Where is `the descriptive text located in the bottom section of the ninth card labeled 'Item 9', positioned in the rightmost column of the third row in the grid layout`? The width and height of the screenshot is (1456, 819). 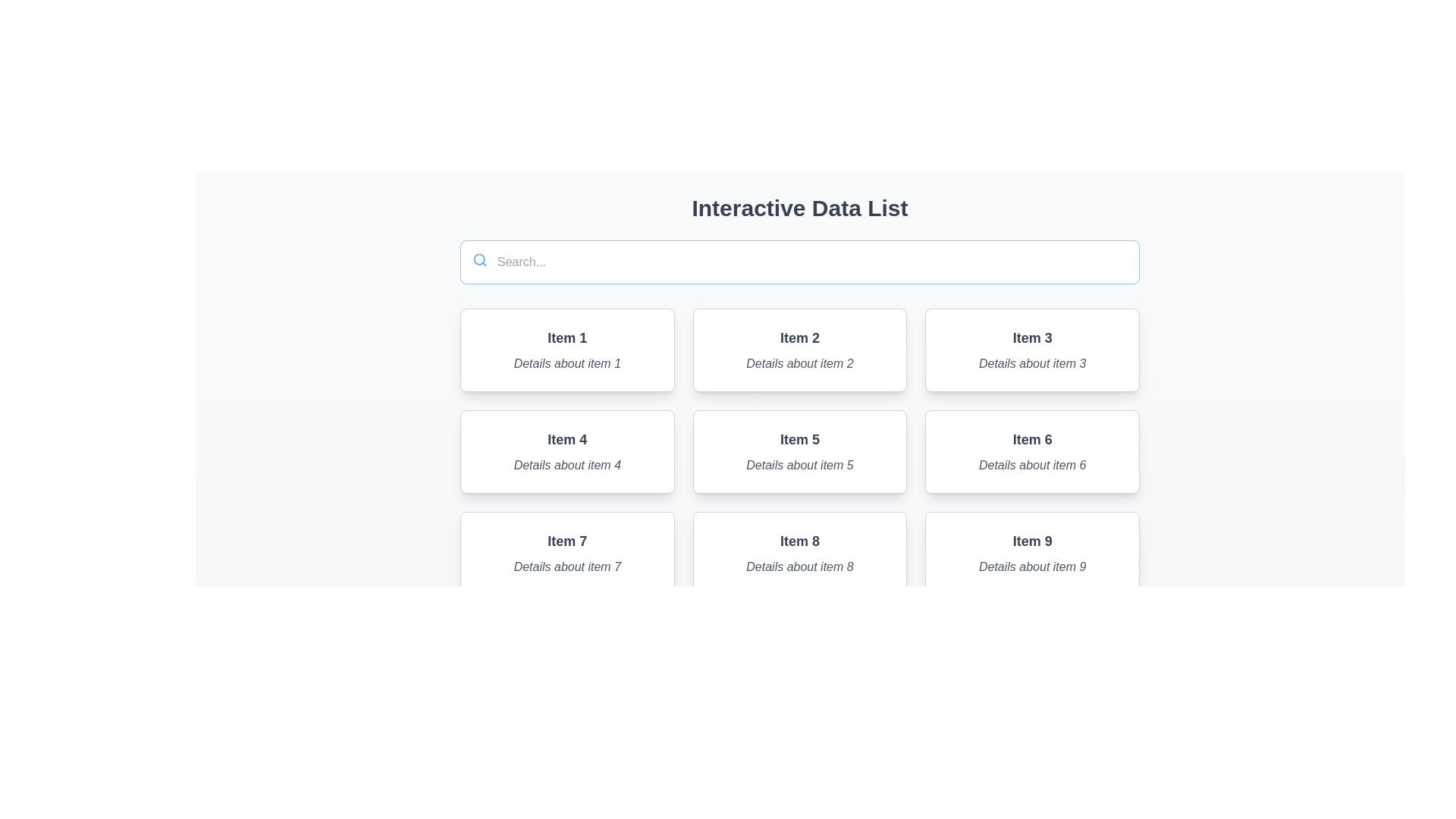 the descriptive text located in the bottom section of the ninth card labeled 'Item 9', positioned in the rightmost column of the third row in the grid layout is located at coordinates (1031, 567).